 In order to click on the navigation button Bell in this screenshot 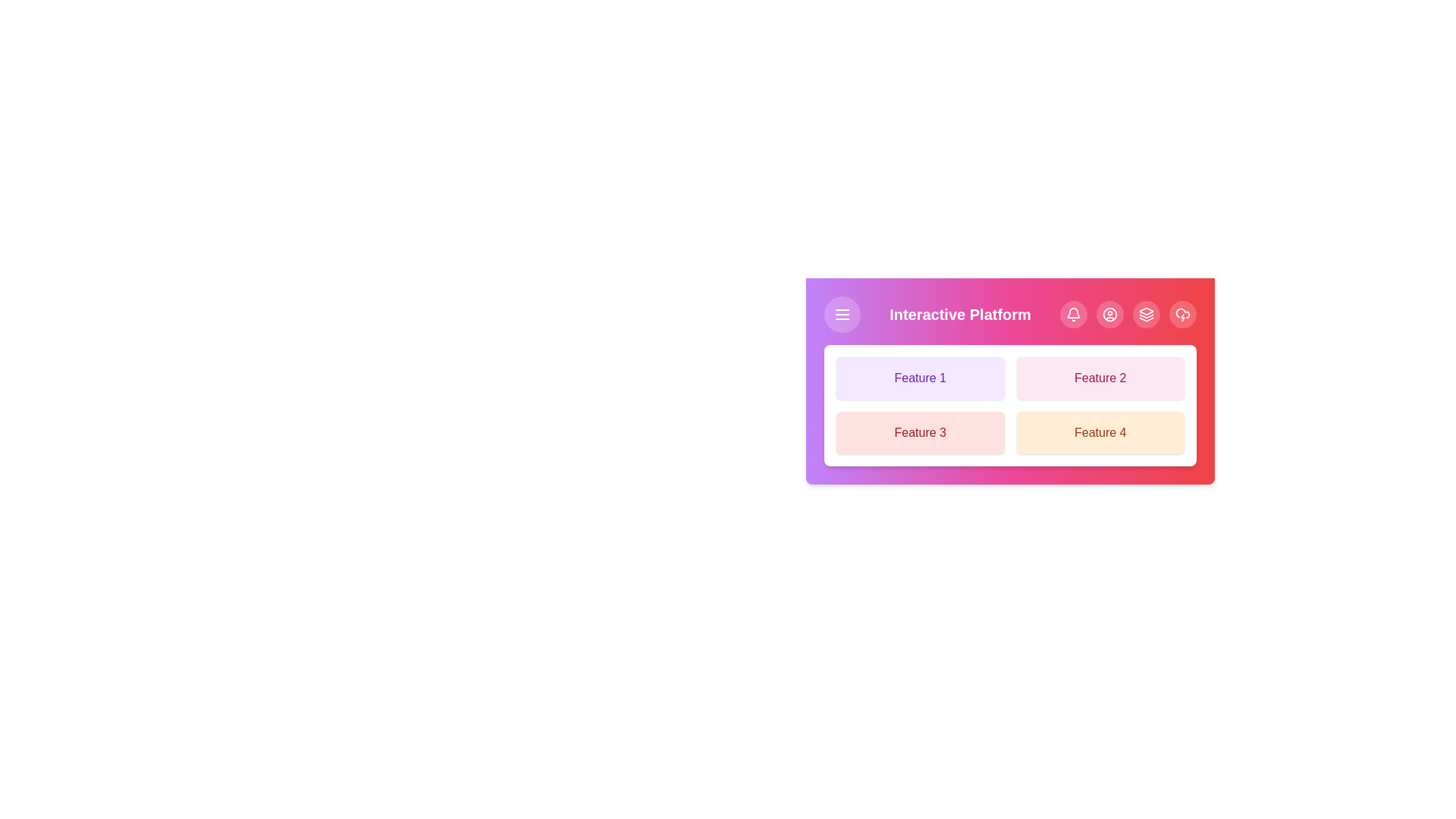, I will do `click(1073, 314)`.